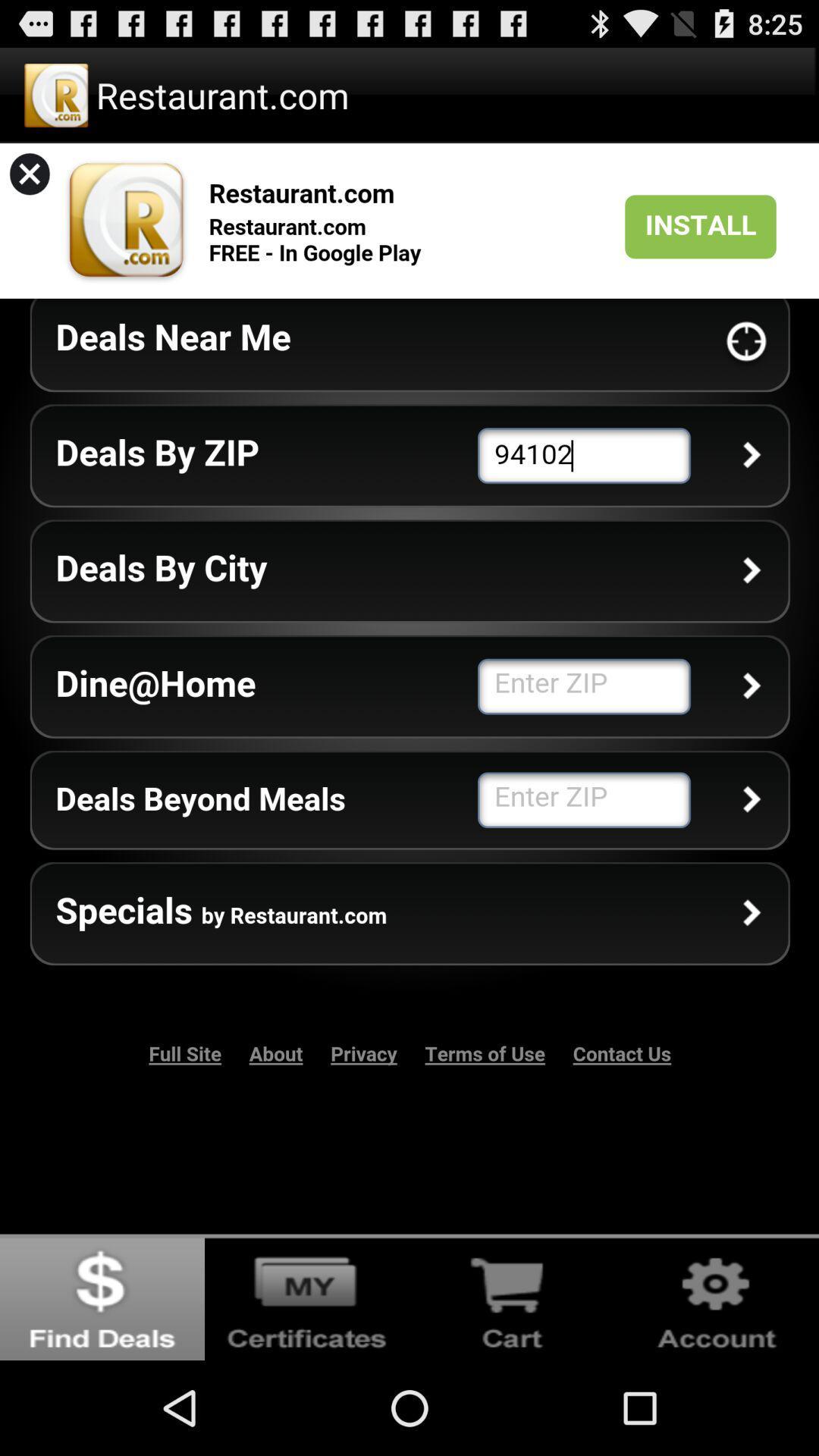  Describe the element at coordinates (512, 1296) in the screenshot. I see `the cart option` at that location.